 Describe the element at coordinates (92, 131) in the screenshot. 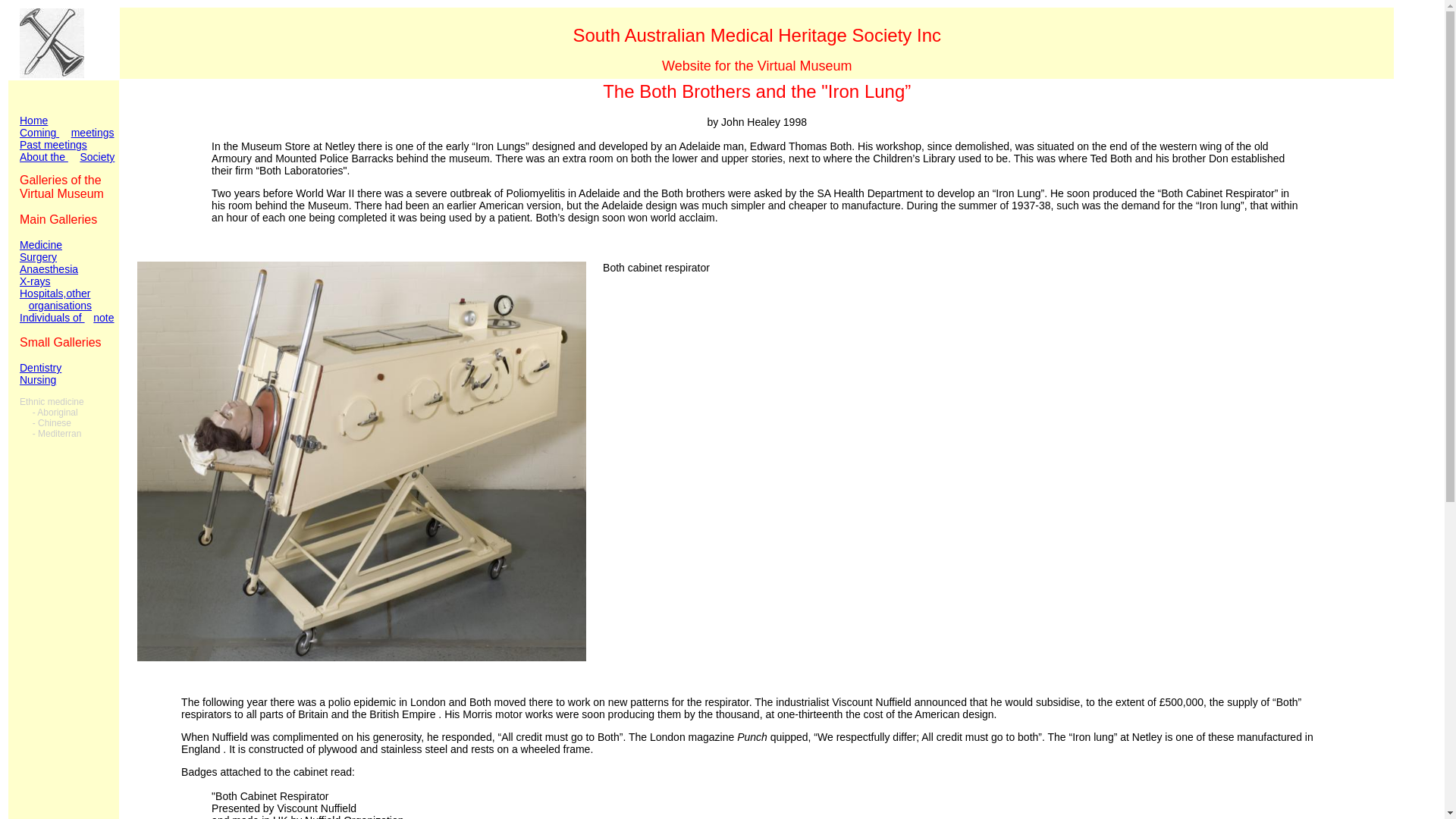

I see `'meetings'` at that location.